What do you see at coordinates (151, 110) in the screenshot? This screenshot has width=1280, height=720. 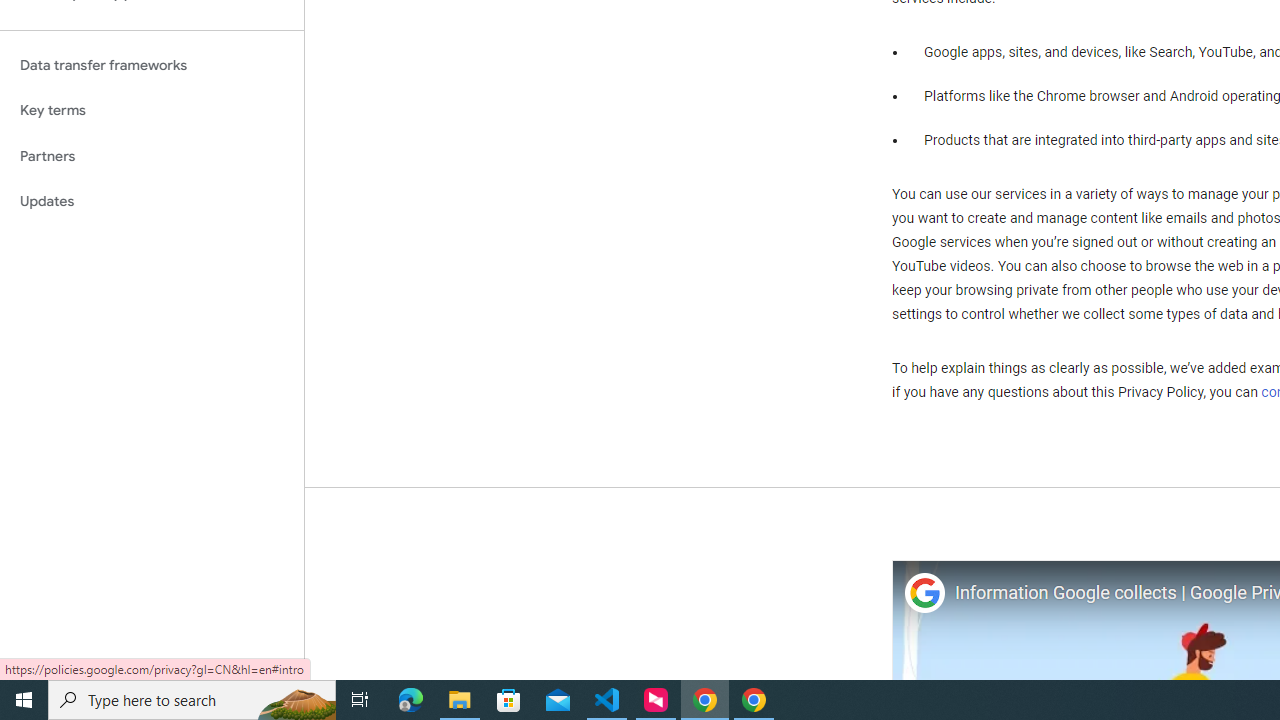 I see `'Key terms'` at bounding box center [151, 110].